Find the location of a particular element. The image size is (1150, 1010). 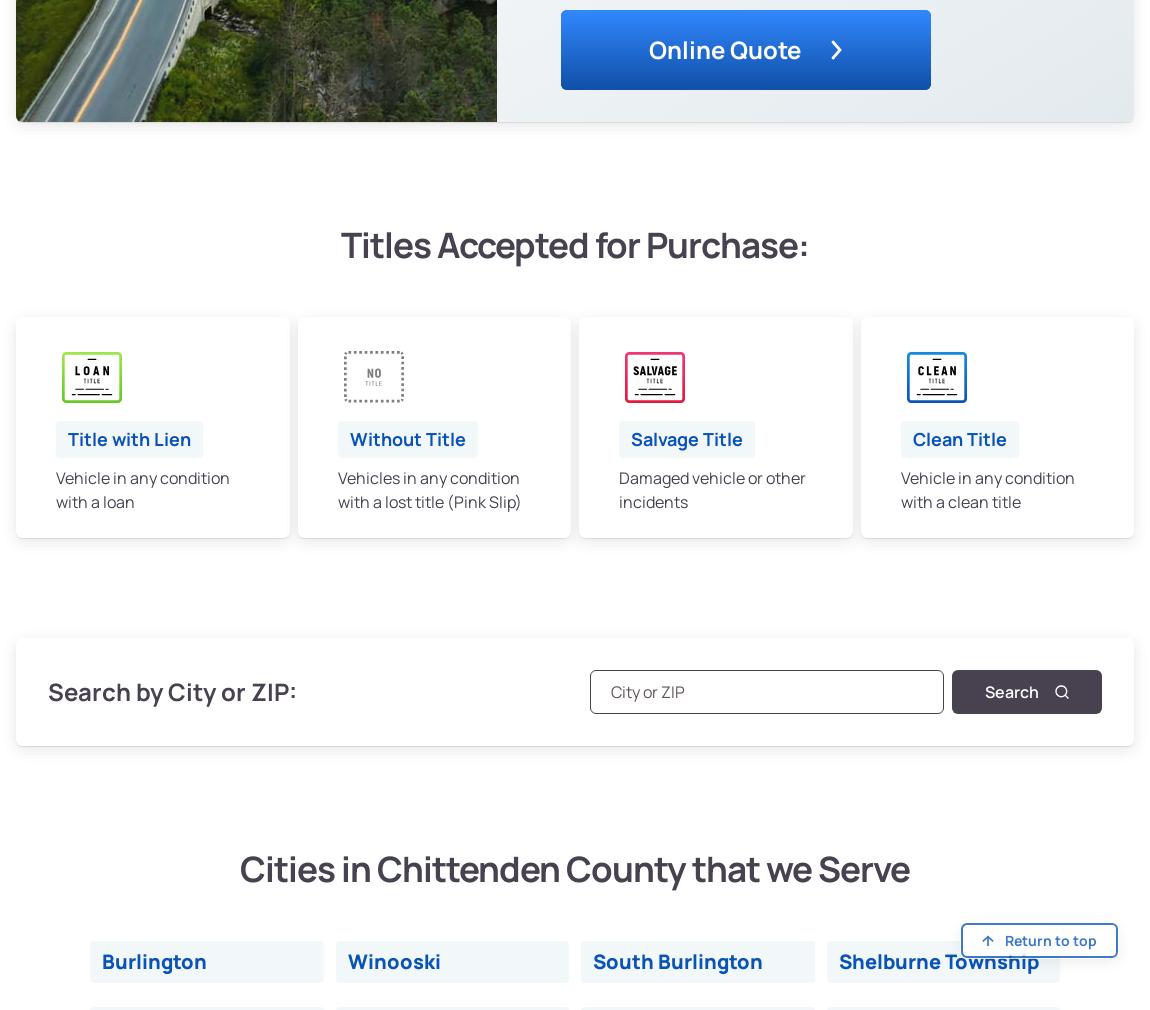

'Cities in Chittenden County that we Serve' is located at coordinates (575, 867).